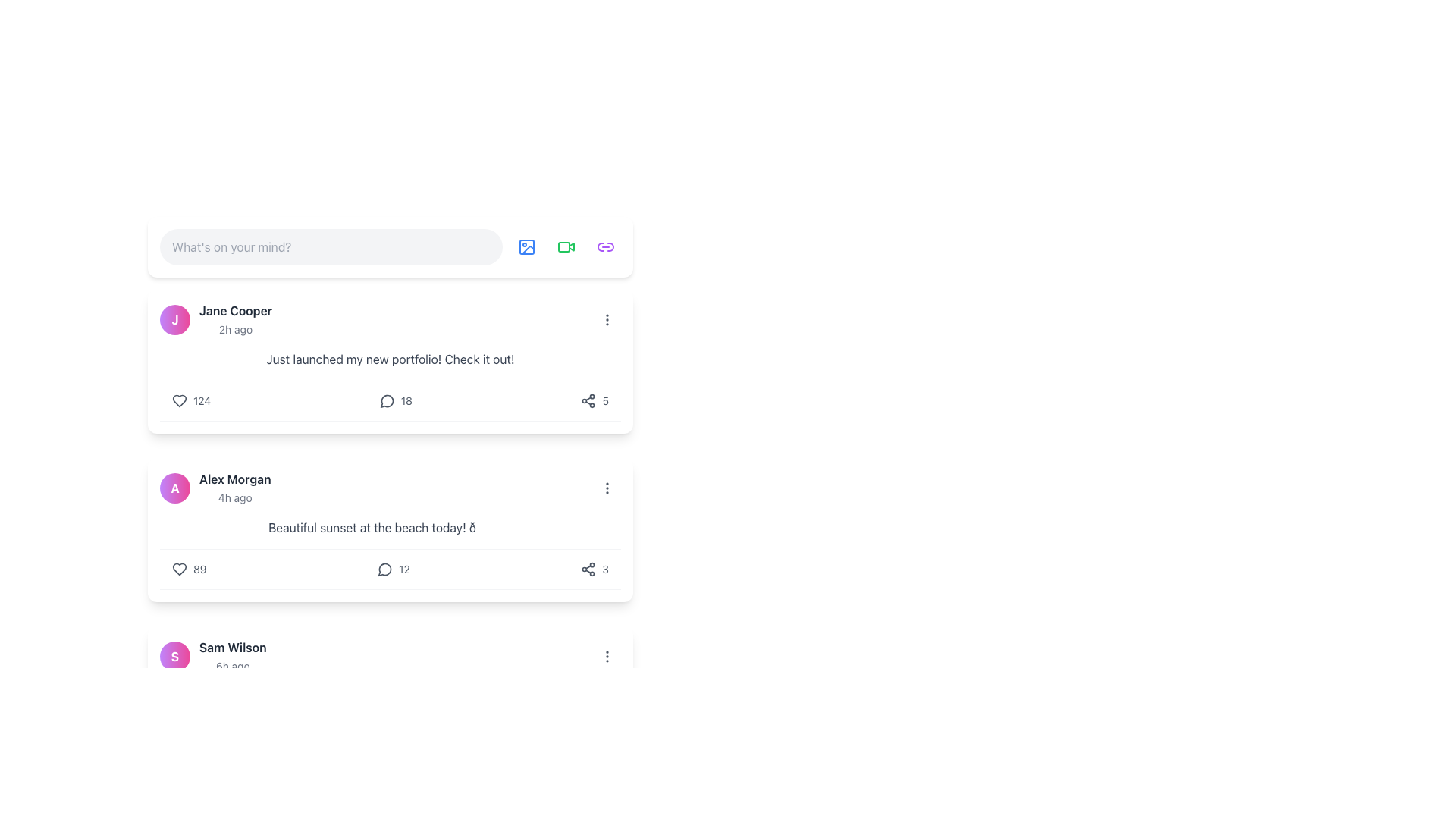  Describe the element at coordinates (566, 246) in the screenshot. I see `the third button to the right of the 'What's on your mind?' text input field` at that location.